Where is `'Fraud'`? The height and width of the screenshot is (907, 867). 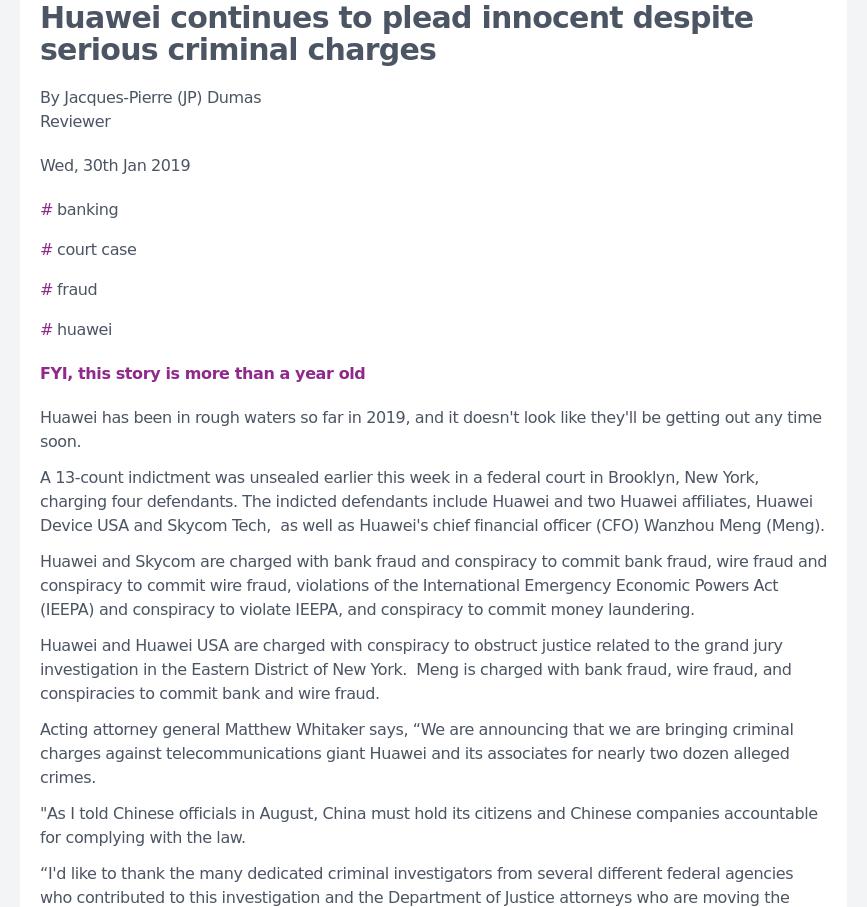 'Fraud' is located at coordinates (76, 287).